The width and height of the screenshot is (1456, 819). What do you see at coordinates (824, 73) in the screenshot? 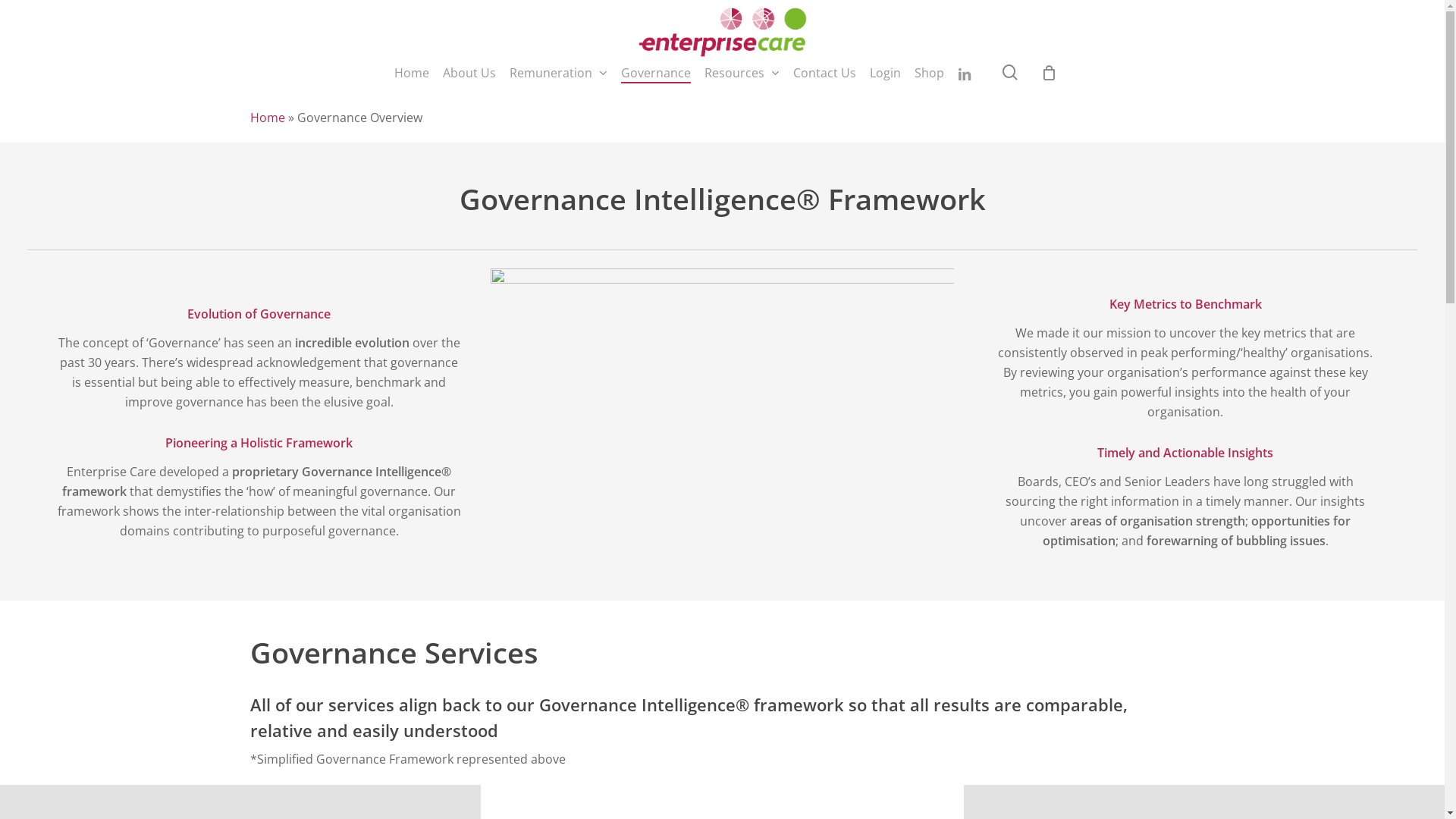
I see `'Contact Us'` at bounding box center [824, 73].